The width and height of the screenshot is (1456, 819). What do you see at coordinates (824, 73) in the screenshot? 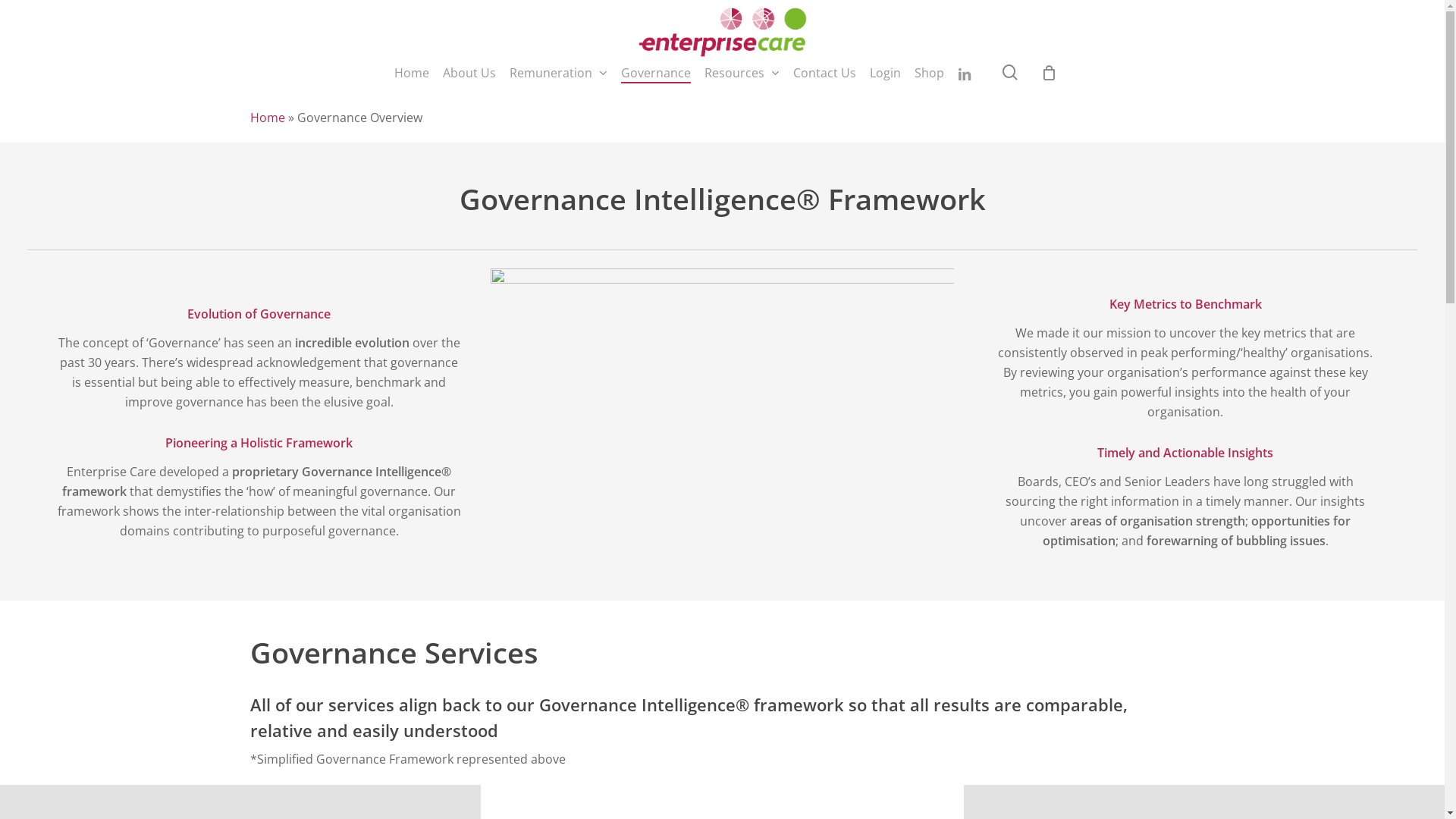
I see `'Contact Us'` at bounding box center [824, 73].